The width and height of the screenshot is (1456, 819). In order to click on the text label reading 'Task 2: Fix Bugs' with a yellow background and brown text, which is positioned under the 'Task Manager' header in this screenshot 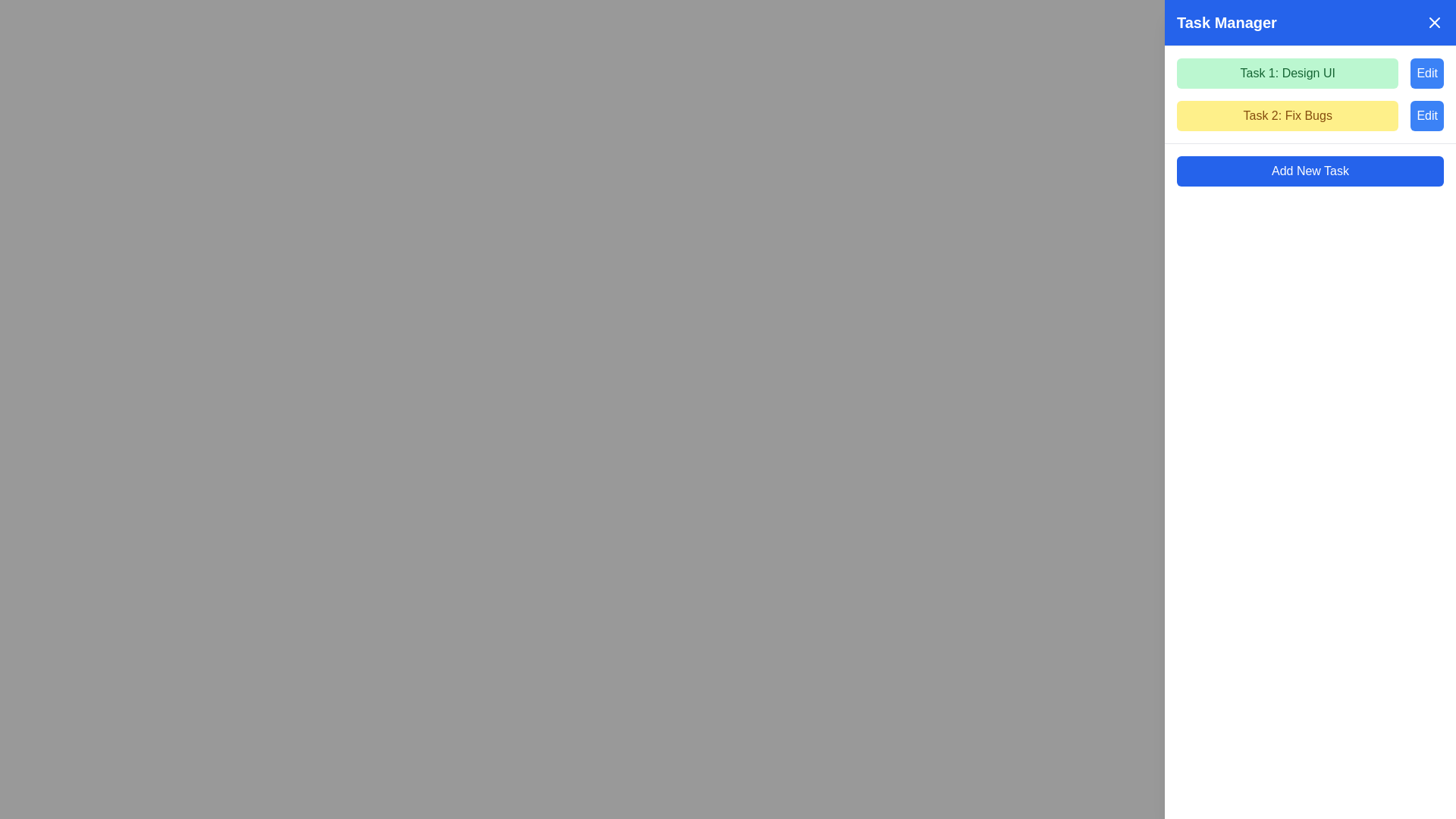, I will do `click(1287, 115)`.